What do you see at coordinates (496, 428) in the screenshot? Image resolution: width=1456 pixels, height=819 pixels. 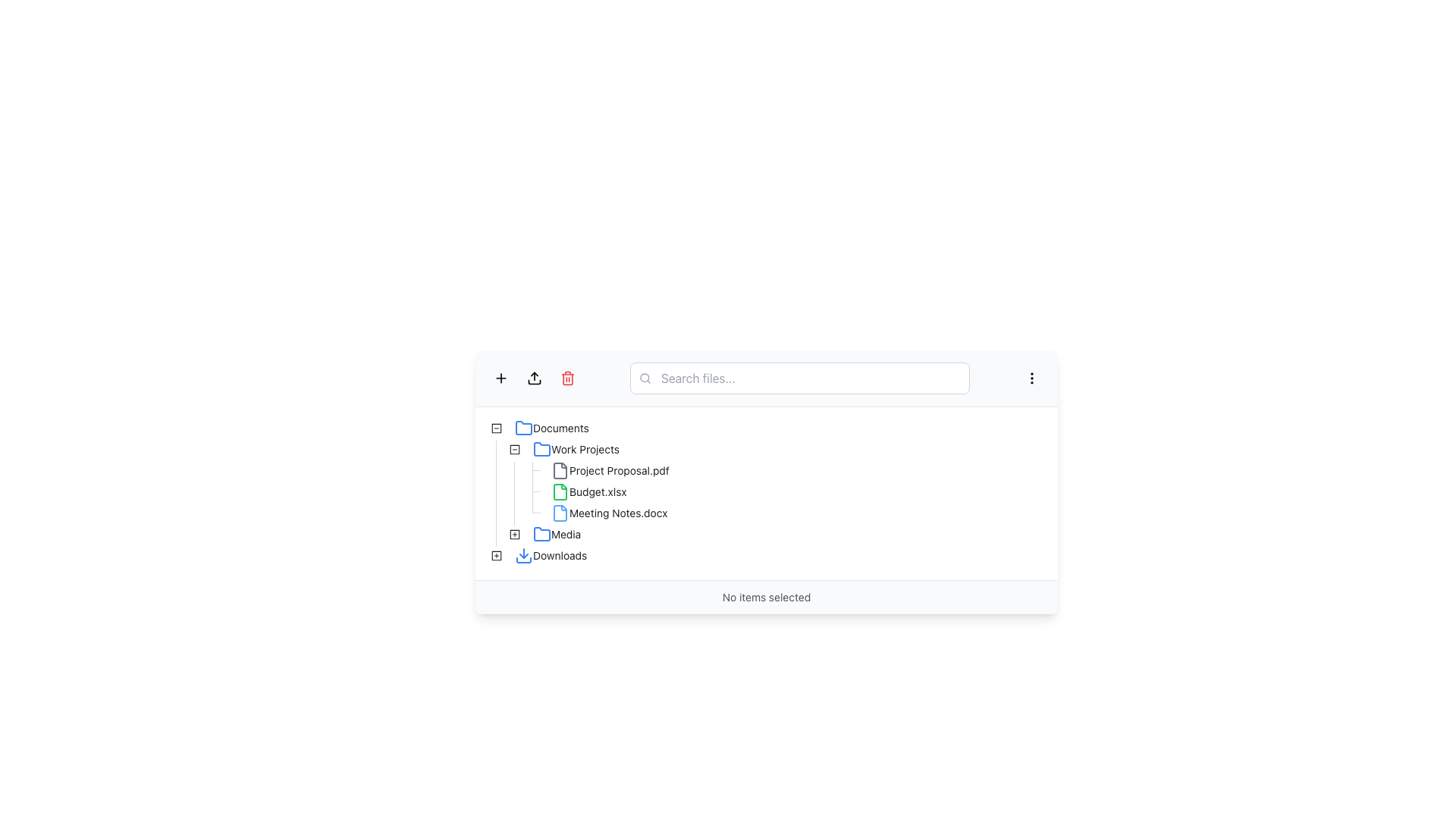 I see `the toggle button or expander icon with a minus symbol at its center, located to the left of the 'Documents' label in the tree view` at bounding box center [496, 428].